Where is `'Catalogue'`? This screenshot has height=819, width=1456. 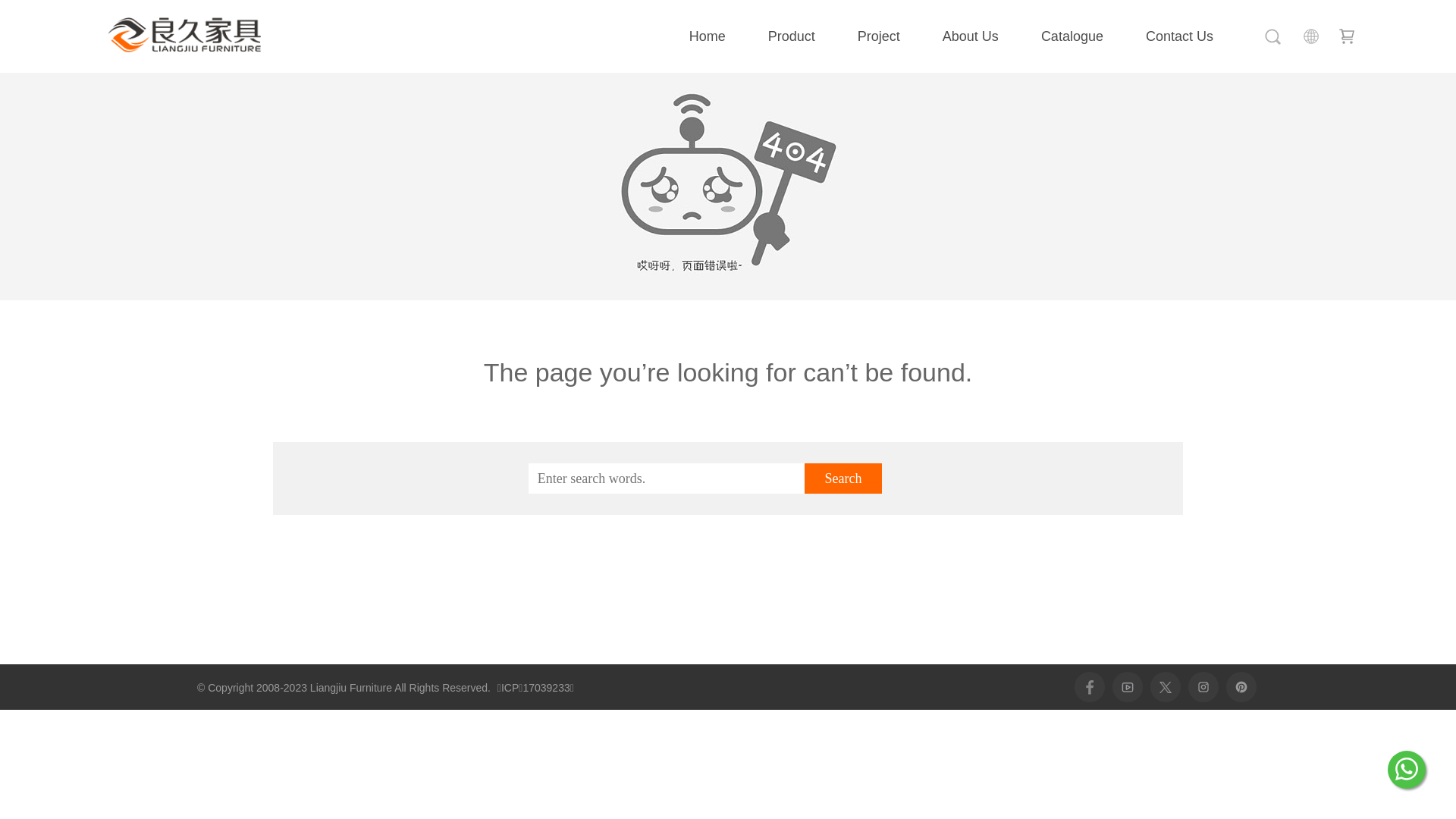
'Catalogue' is located at coordinates (1072, 35).